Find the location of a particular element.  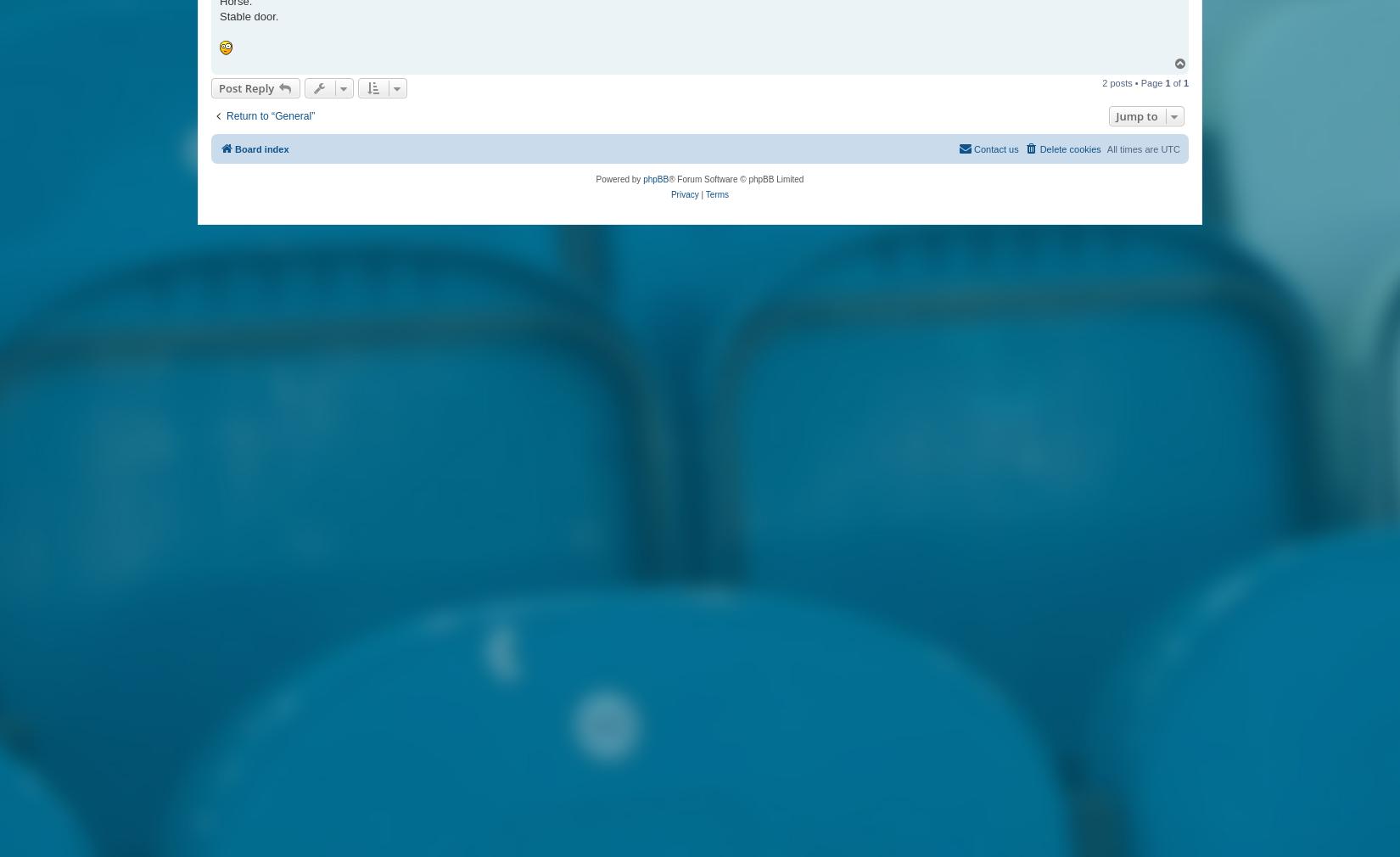

'Contact us' is located at coordinates (995, 148).